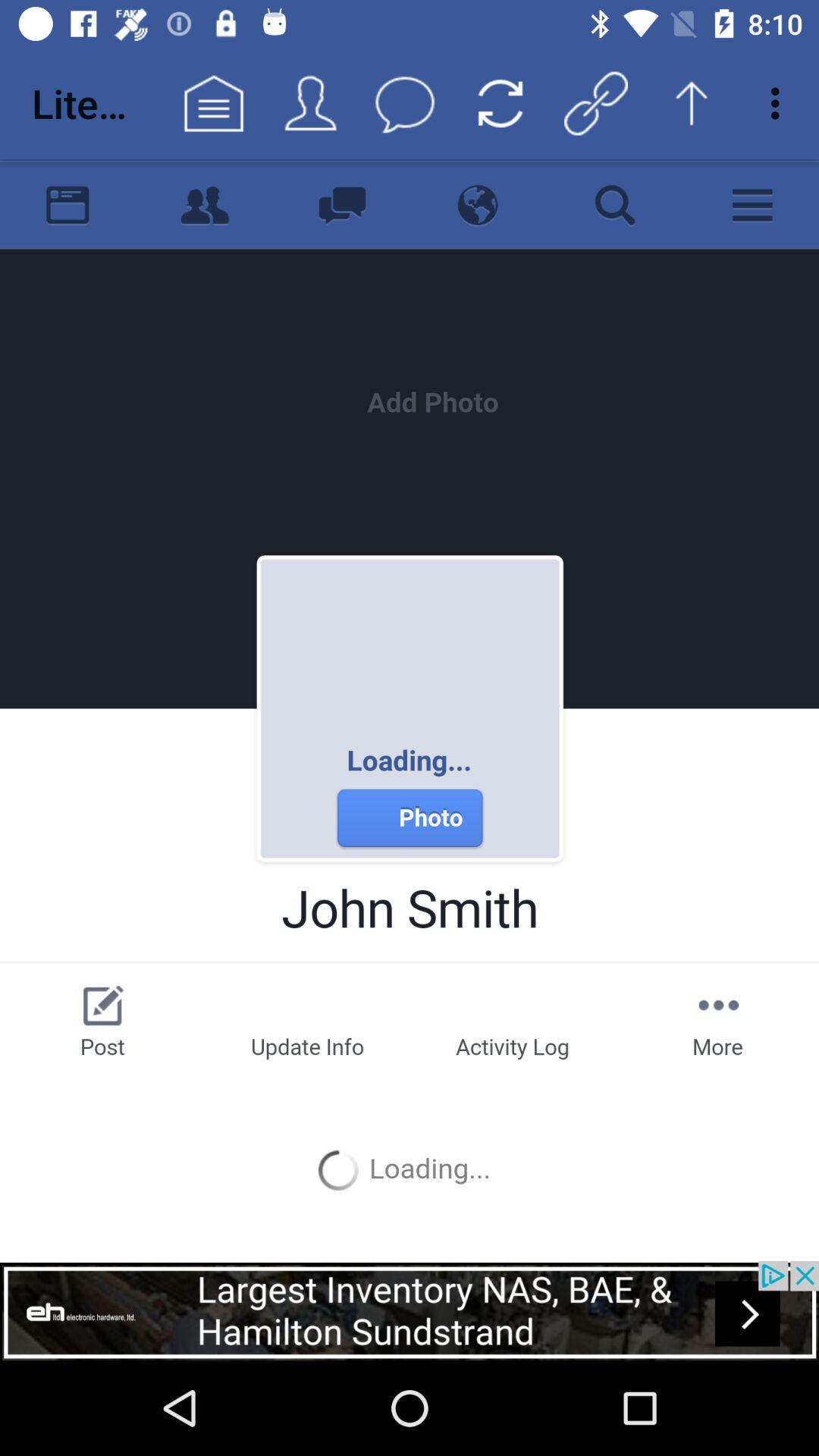 This screenshot has height=1456, width=819. I want to click on loading page, so click(409, 709).